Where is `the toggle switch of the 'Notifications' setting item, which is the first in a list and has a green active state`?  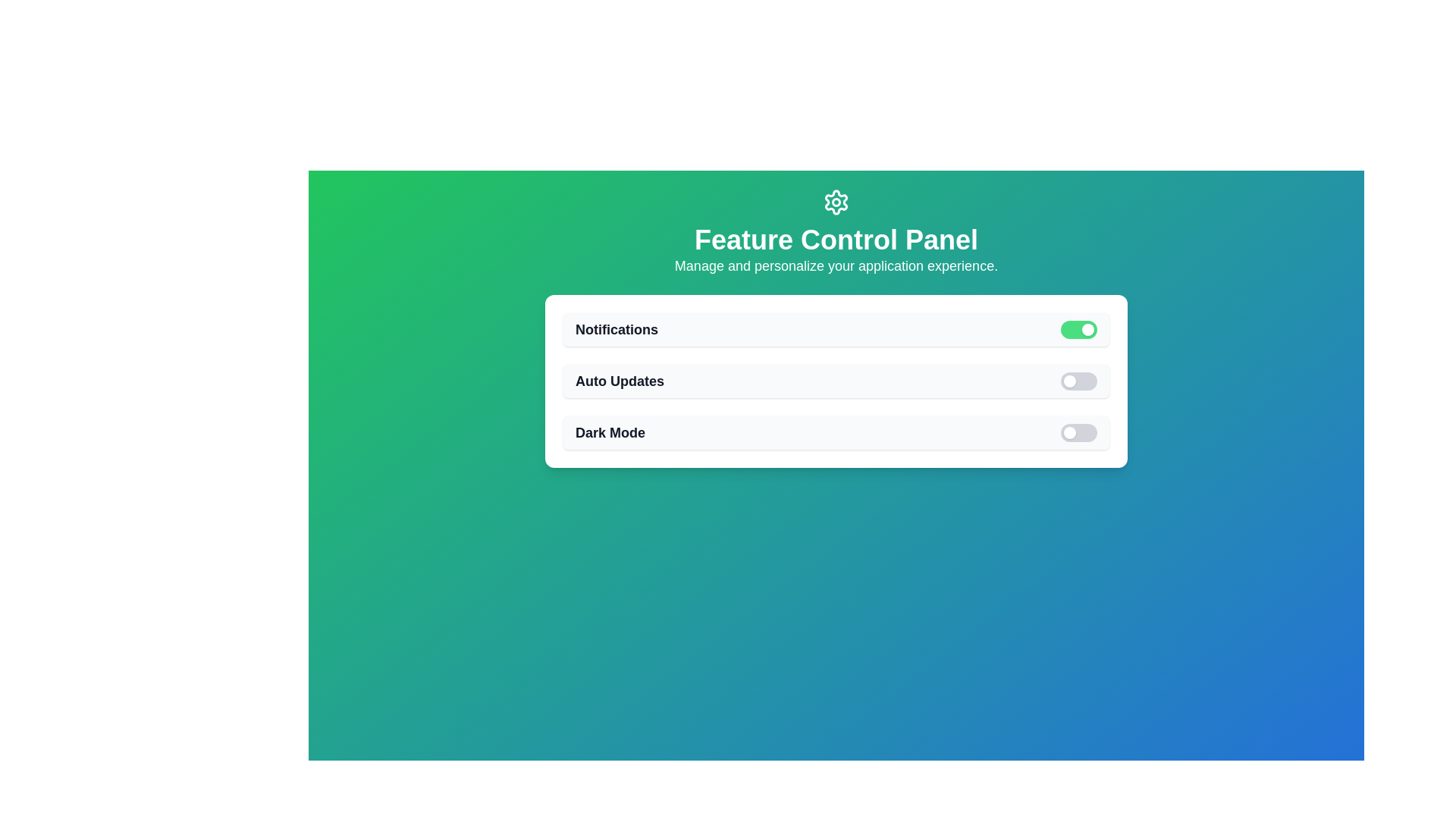
the toggle switch of the 'Notifications' setting item, which is the first in a list and has a green active state is located at coordinates (836, 329).